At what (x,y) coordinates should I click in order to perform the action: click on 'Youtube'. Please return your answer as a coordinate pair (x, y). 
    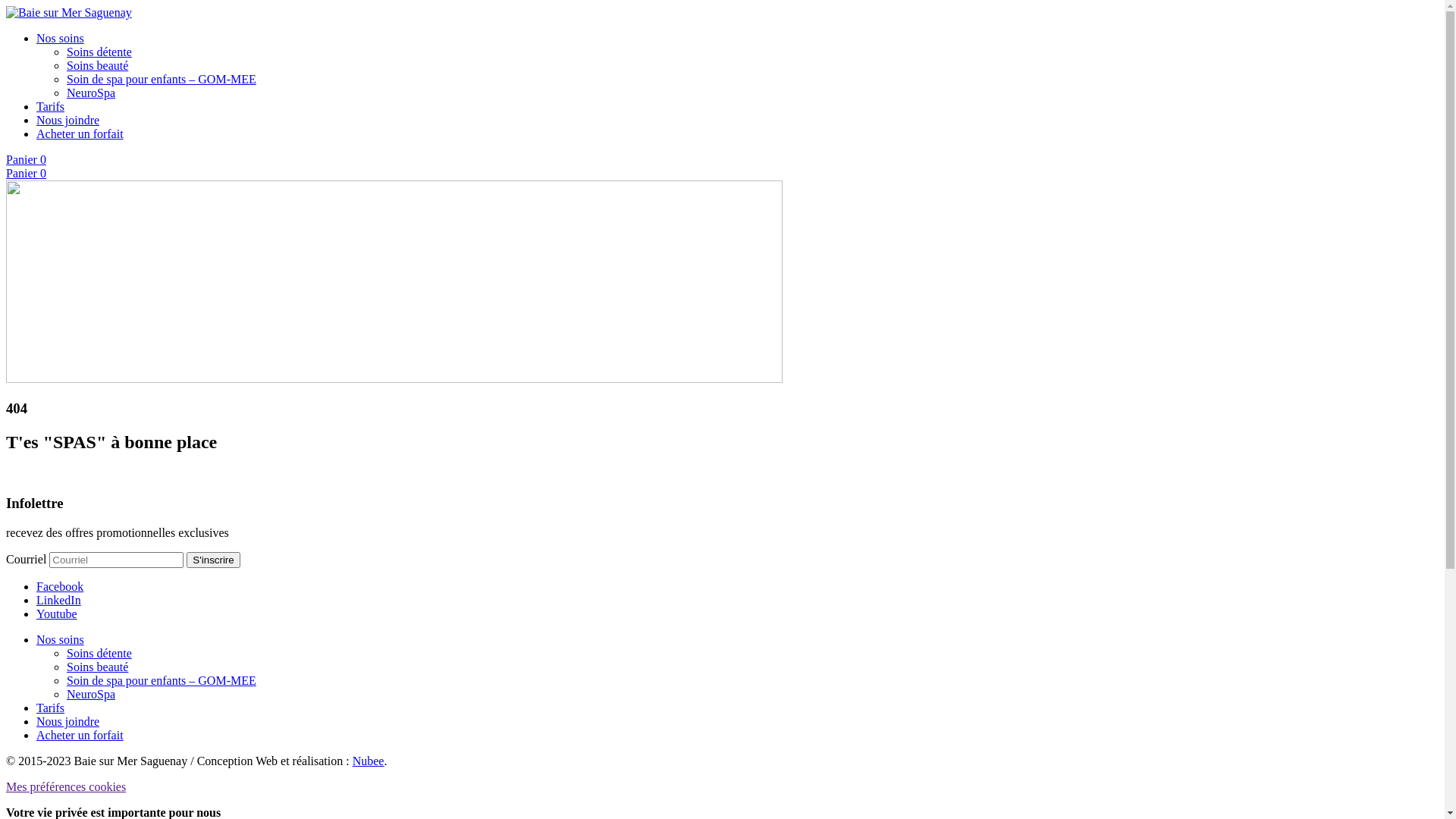
    Looking at the image, I should click on (57, 613).